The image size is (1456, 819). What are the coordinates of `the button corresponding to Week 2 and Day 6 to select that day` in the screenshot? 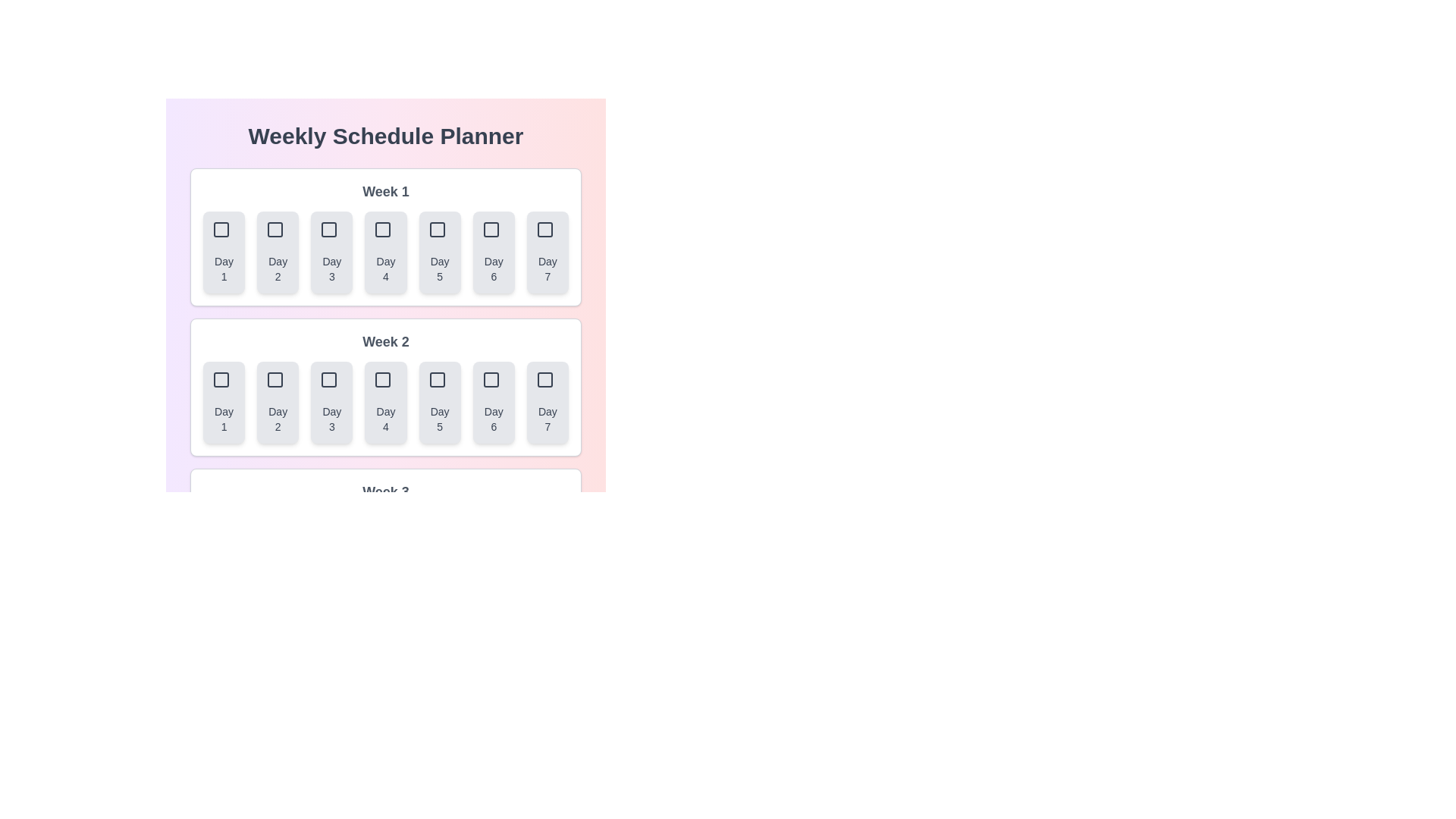 It's located at (494, 402).